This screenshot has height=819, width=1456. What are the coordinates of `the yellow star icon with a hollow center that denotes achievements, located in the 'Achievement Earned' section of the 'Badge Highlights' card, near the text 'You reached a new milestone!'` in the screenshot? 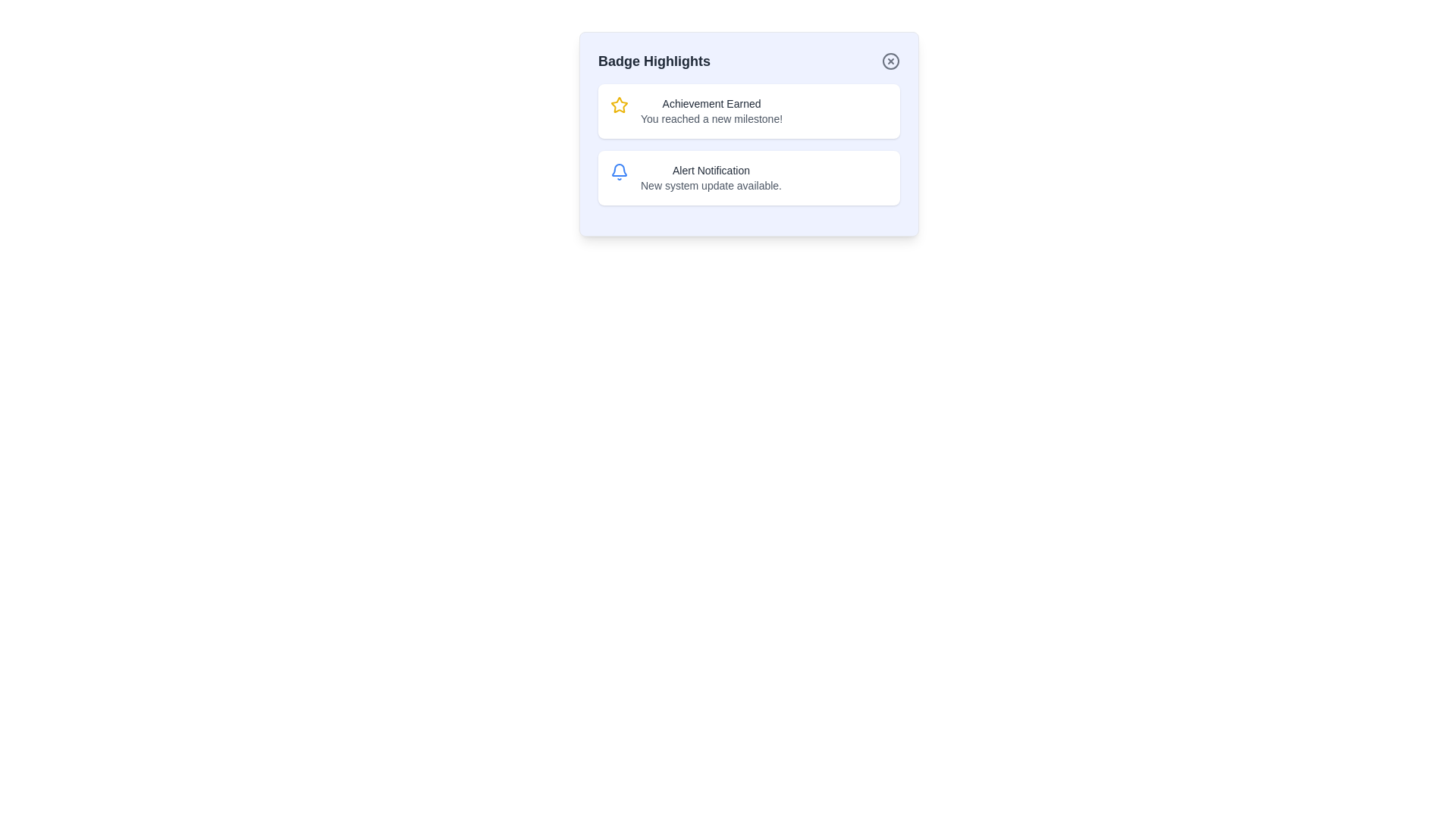 It's located at (619, 104).